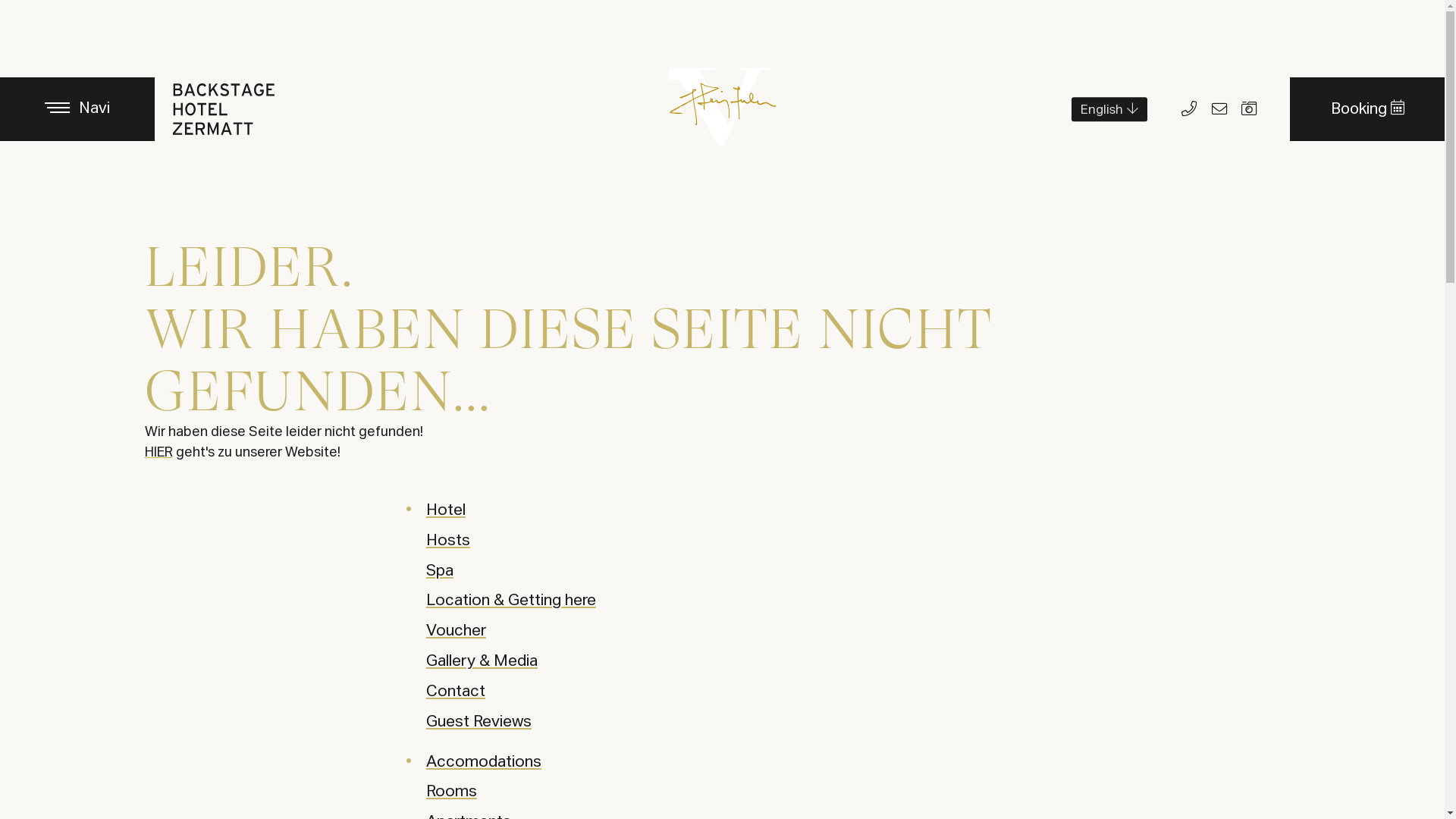 The image size is (1456, 819). I want to click on 'English', so click(1080, 108).